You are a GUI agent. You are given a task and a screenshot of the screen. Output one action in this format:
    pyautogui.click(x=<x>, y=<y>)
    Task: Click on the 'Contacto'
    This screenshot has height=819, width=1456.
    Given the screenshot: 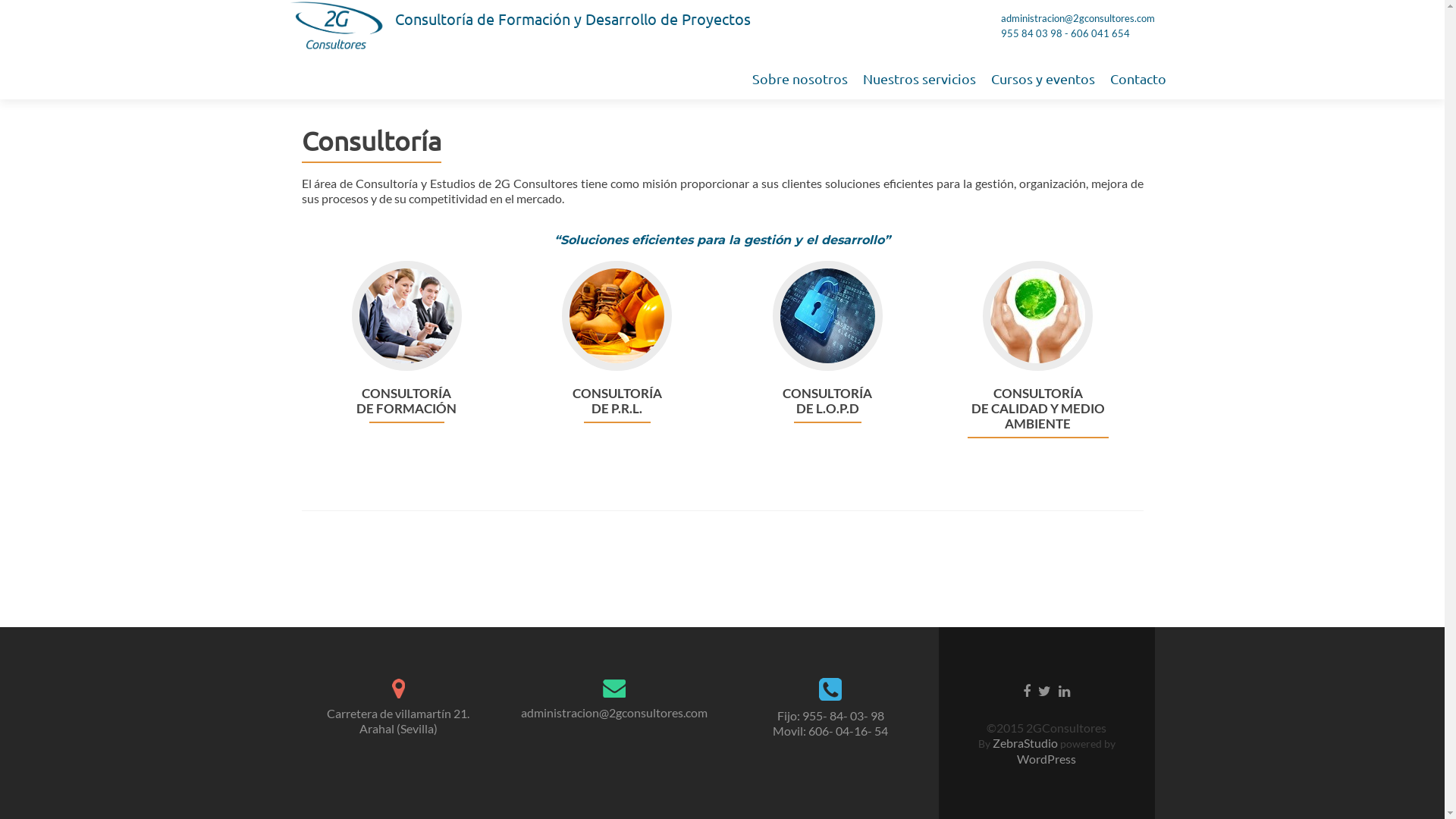 What is the action you would take?
    pyautogui.click(x=1138, y=78)
    